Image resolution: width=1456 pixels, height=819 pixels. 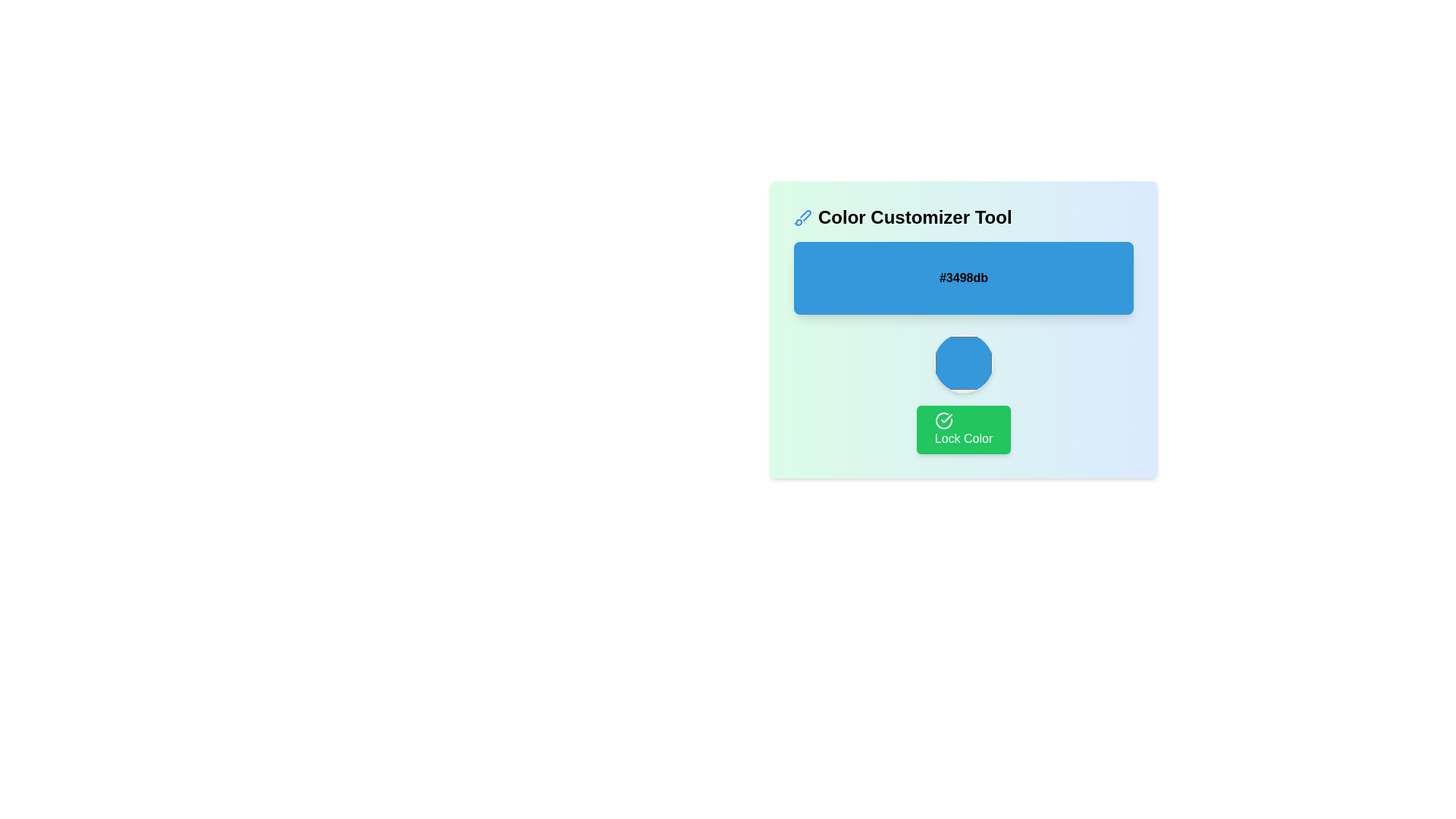 What do you see at coordinates (963, 430) in the screenshot?
I see `the 'Lock Color' button located centrally below the color display area in the 'Color Customizer Tool' to lock the currently selected color` at bounding box center [963, 430].